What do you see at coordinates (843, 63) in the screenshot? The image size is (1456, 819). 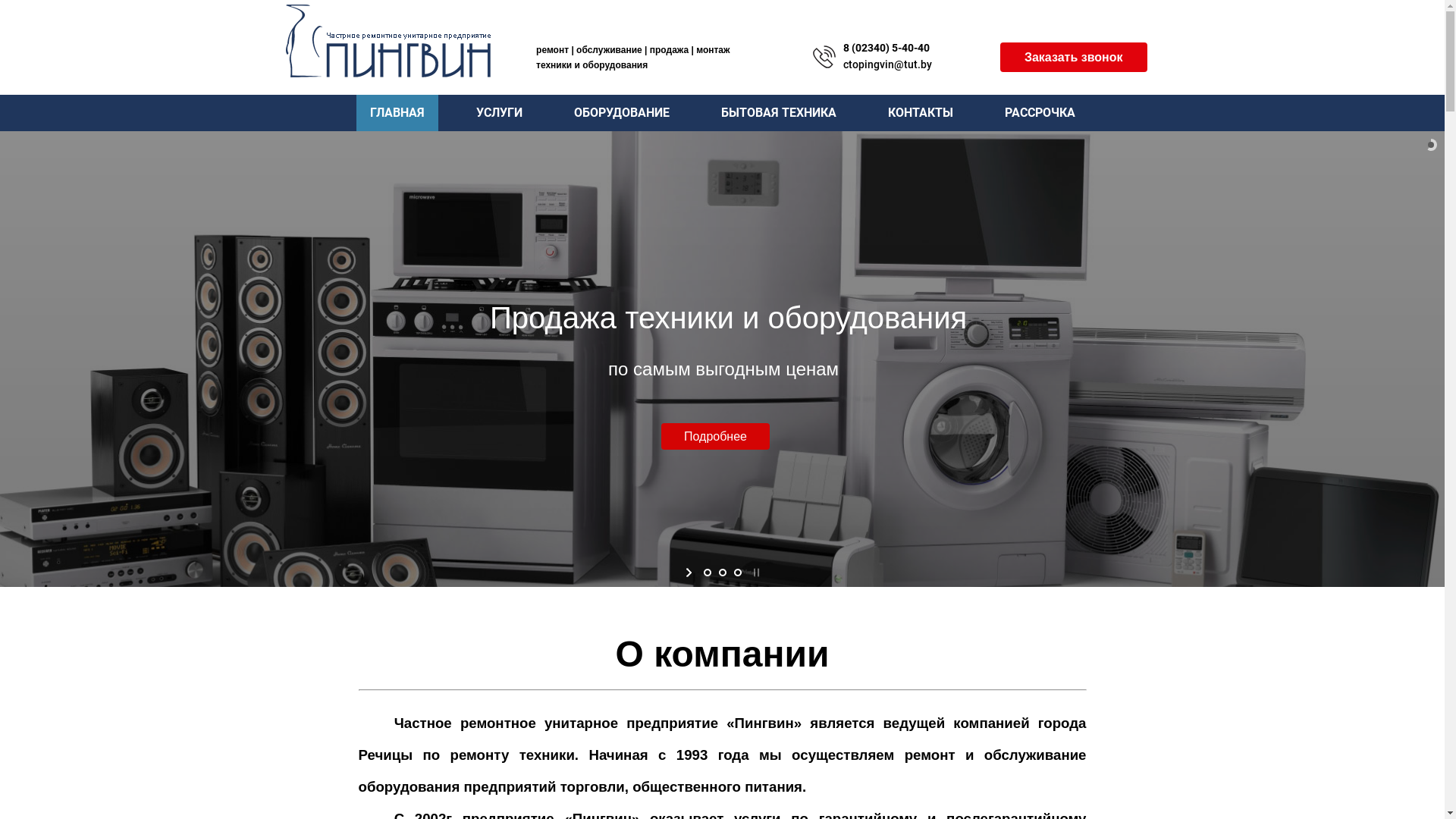 I see `'ctopingvin@tut.by'` at bounding box center [843, 63].